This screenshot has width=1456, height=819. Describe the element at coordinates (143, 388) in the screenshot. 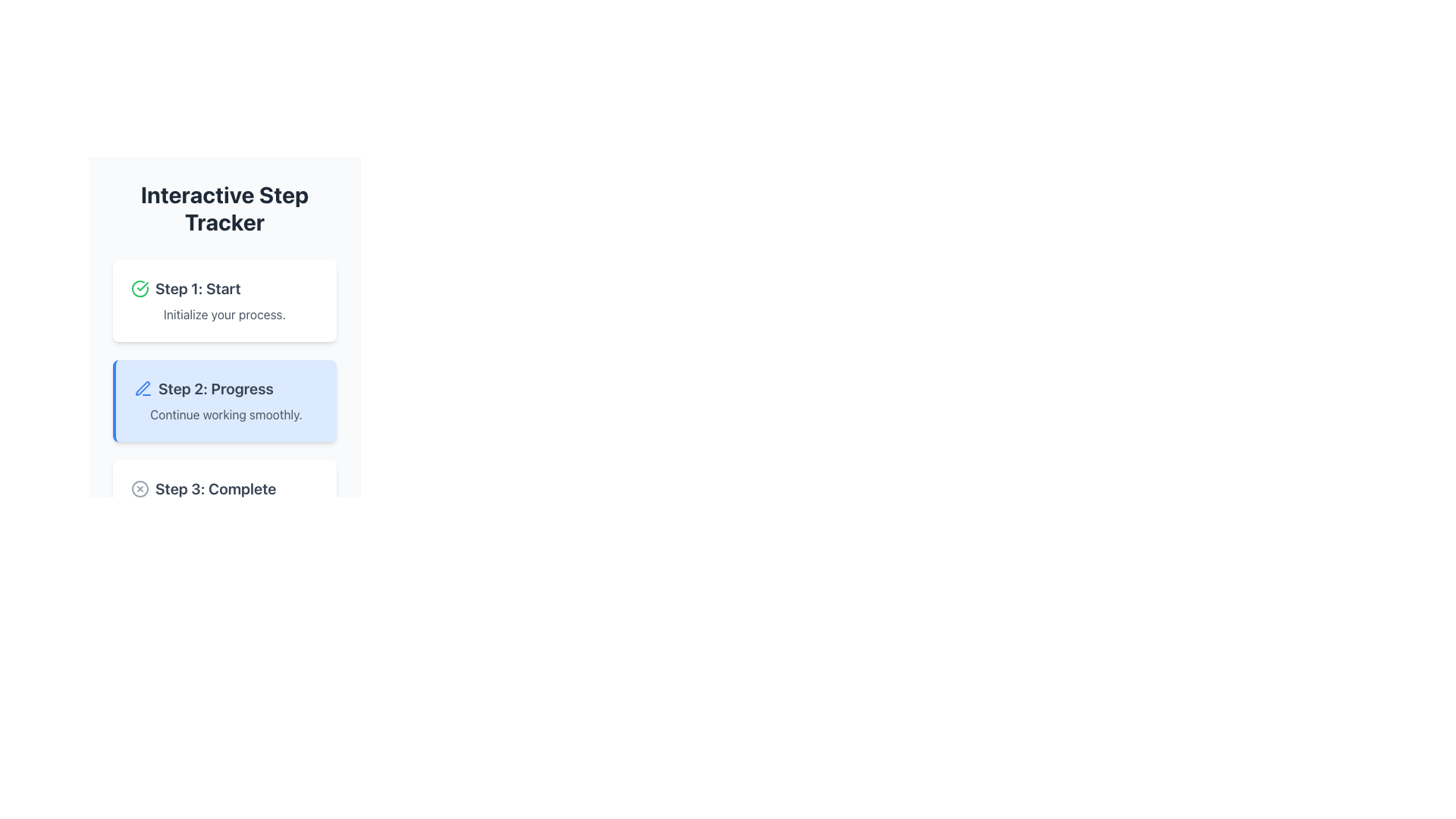

I see `the first icon representing step '2' in the 'Step 2: Progress' step tracker component, located to the left of the step text` at that location.